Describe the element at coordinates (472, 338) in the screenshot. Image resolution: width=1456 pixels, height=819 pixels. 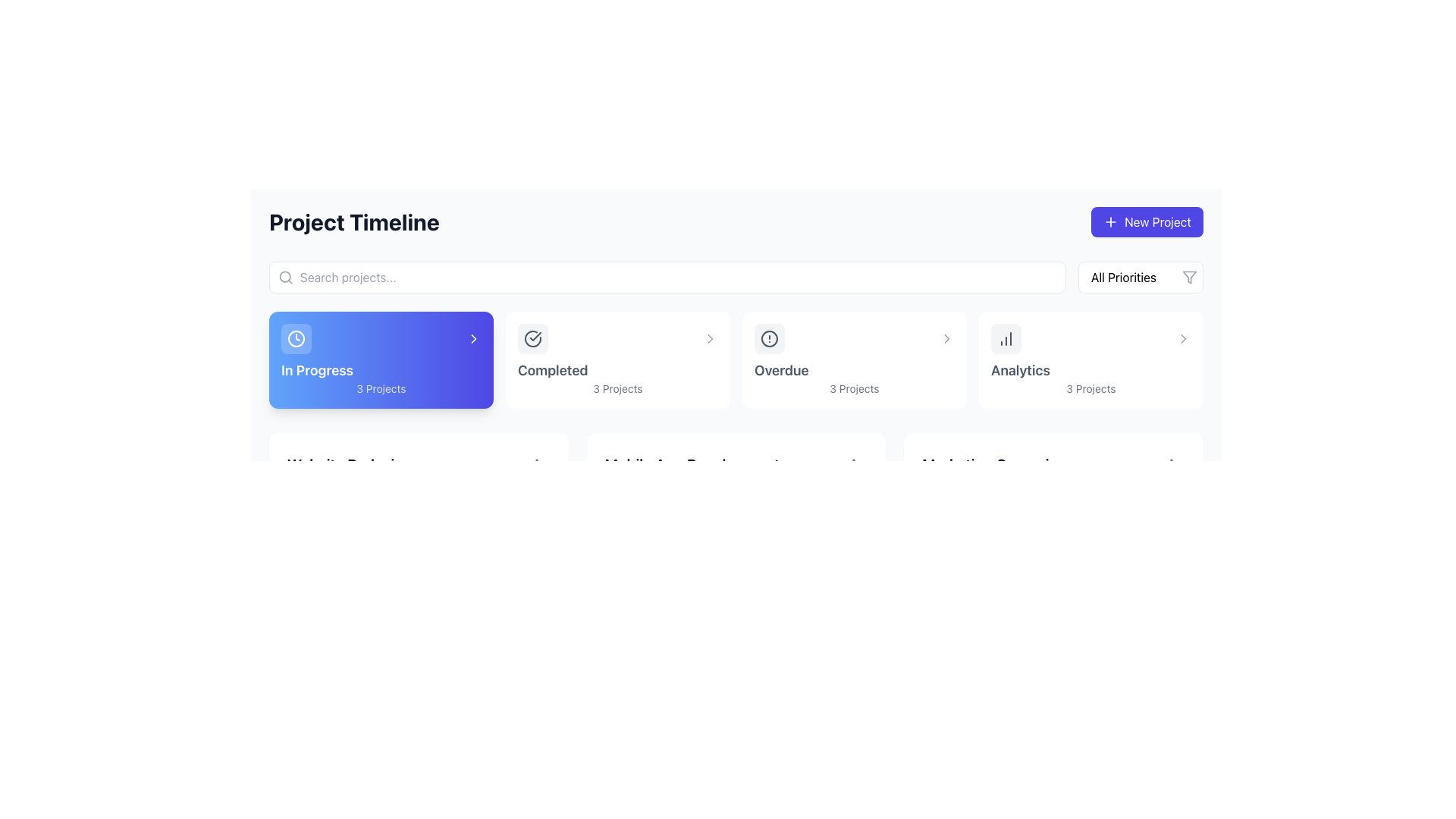
I see `the rightward-pointing chevron icon located on the right edge of the 'In Progress' card` at that location.